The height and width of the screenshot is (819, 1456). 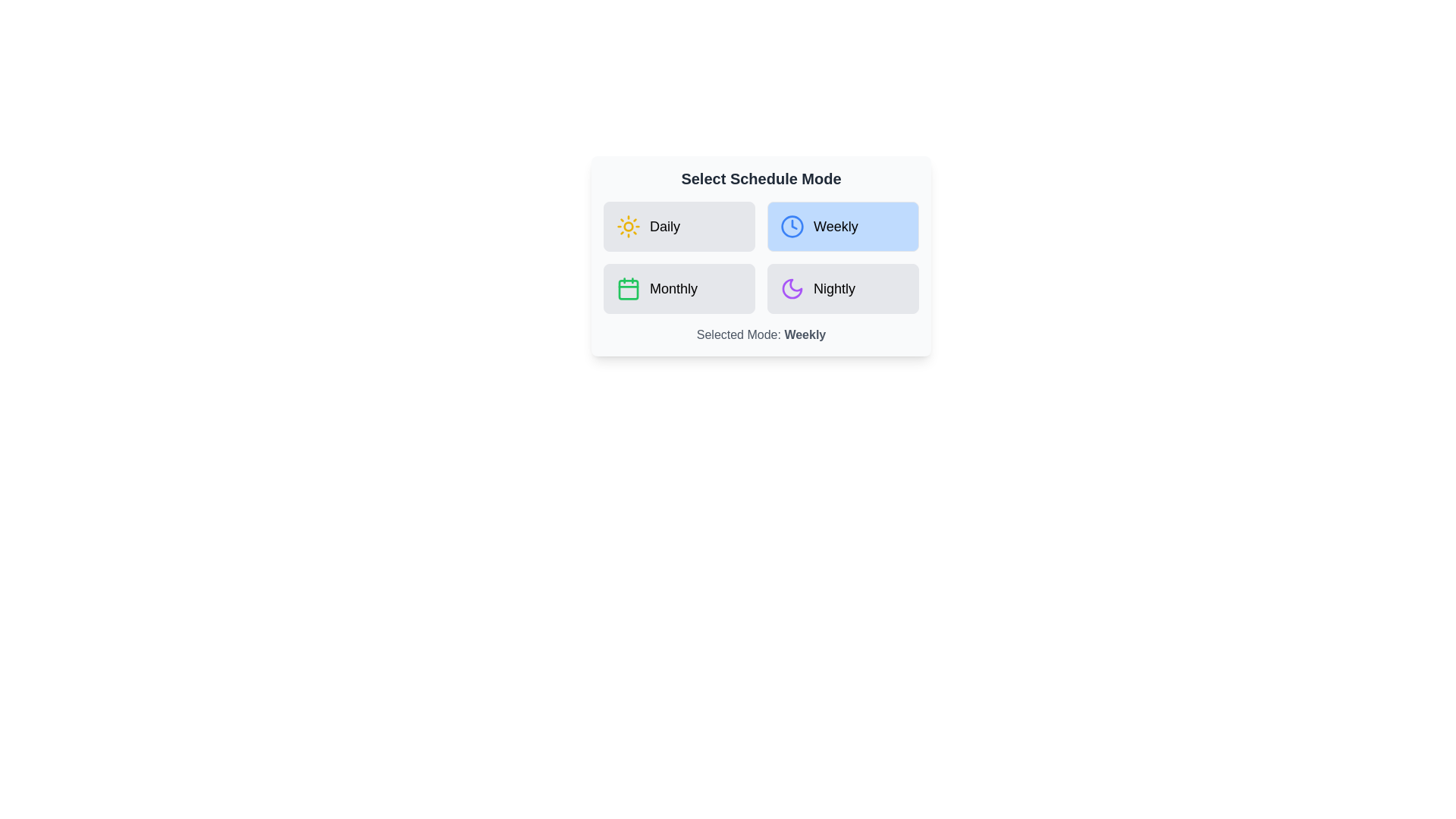 I want to click on the schedule mode by clicking on the button corresponding to Monthly, so click(x=679, y=289).